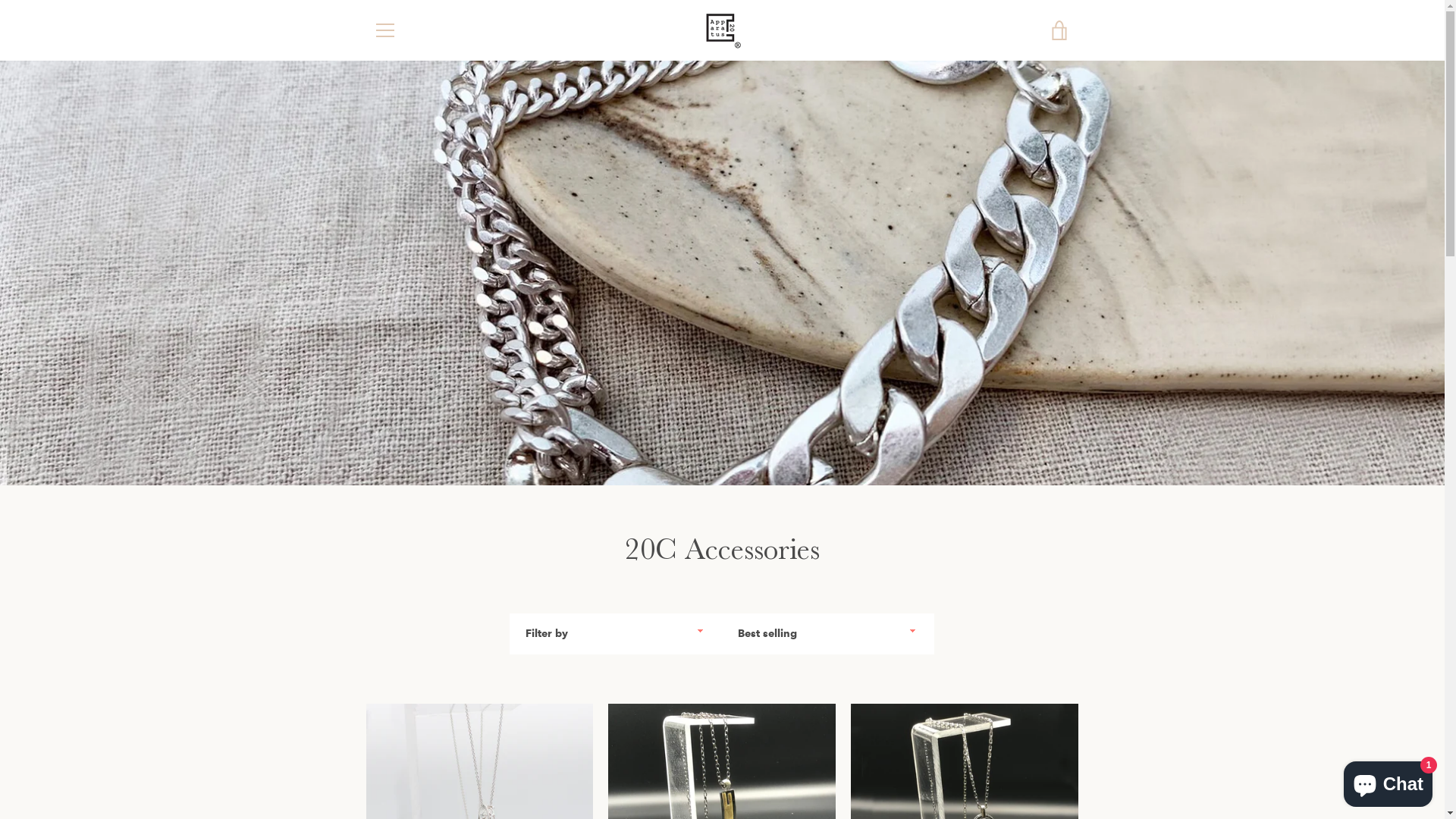 The height and width of the screenshot is (819, 1456). Describe the element at coordinates (384, 30) in the screenshot. I see `'MENU'` at that location.